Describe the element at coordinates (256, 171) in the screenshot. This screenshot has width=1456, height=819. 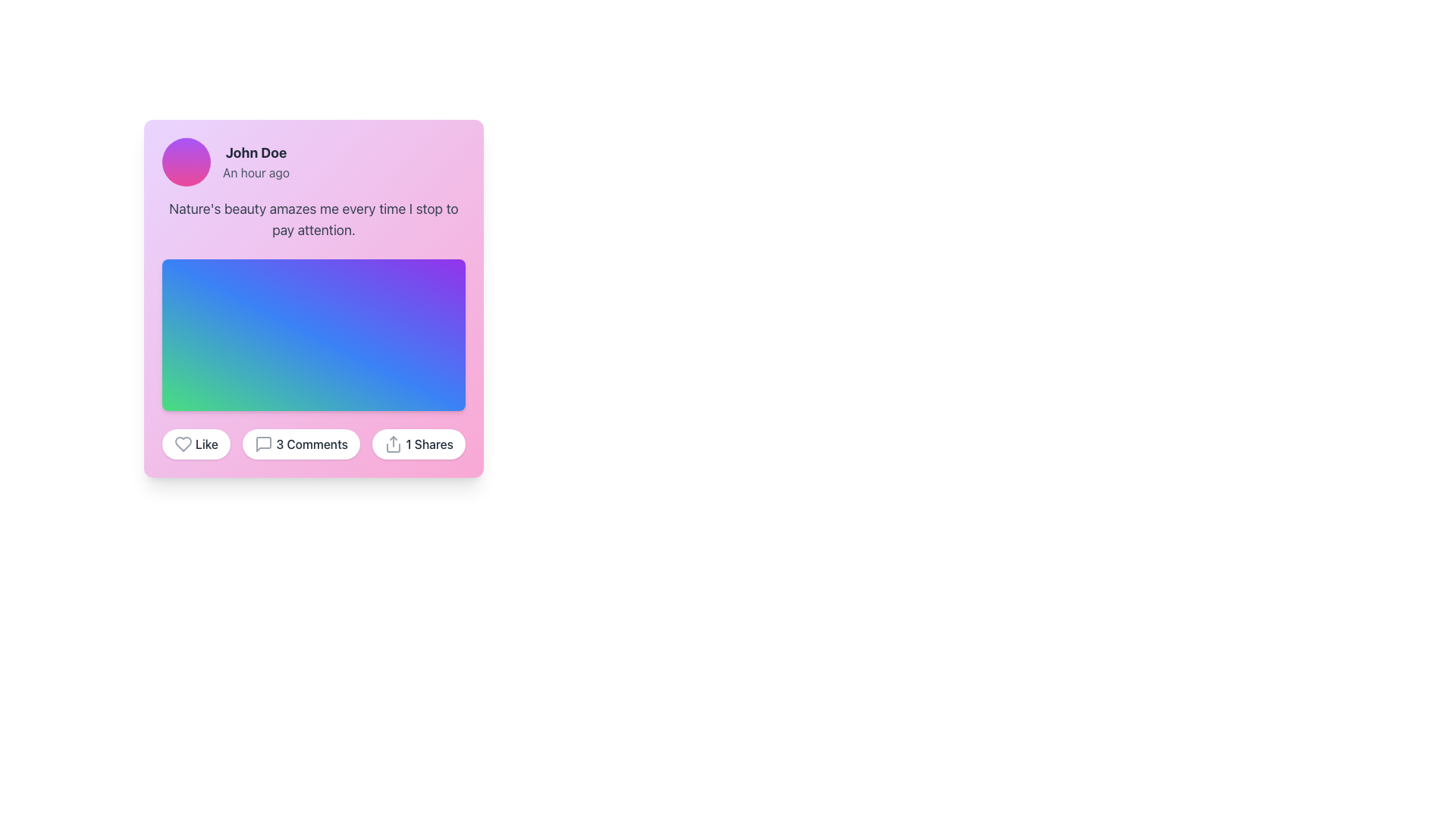
I see `text snippet that reads 'An hour ago', which is styled in a small gray font and located directly beneath the bold name 'John Doe' within the user post card layout` at that location.